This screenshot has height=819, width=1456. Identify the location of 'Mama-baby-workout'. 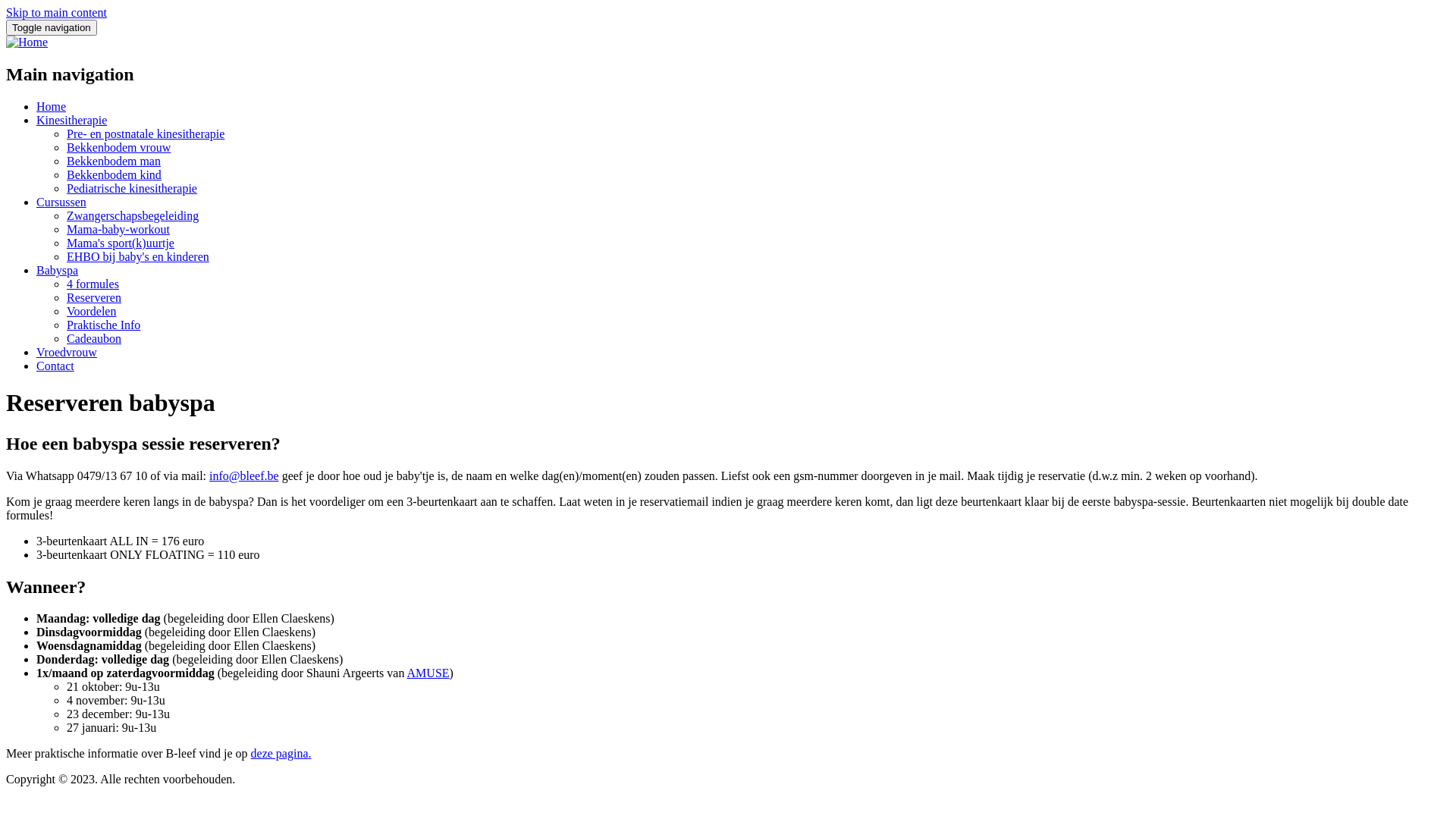
(118, 229).